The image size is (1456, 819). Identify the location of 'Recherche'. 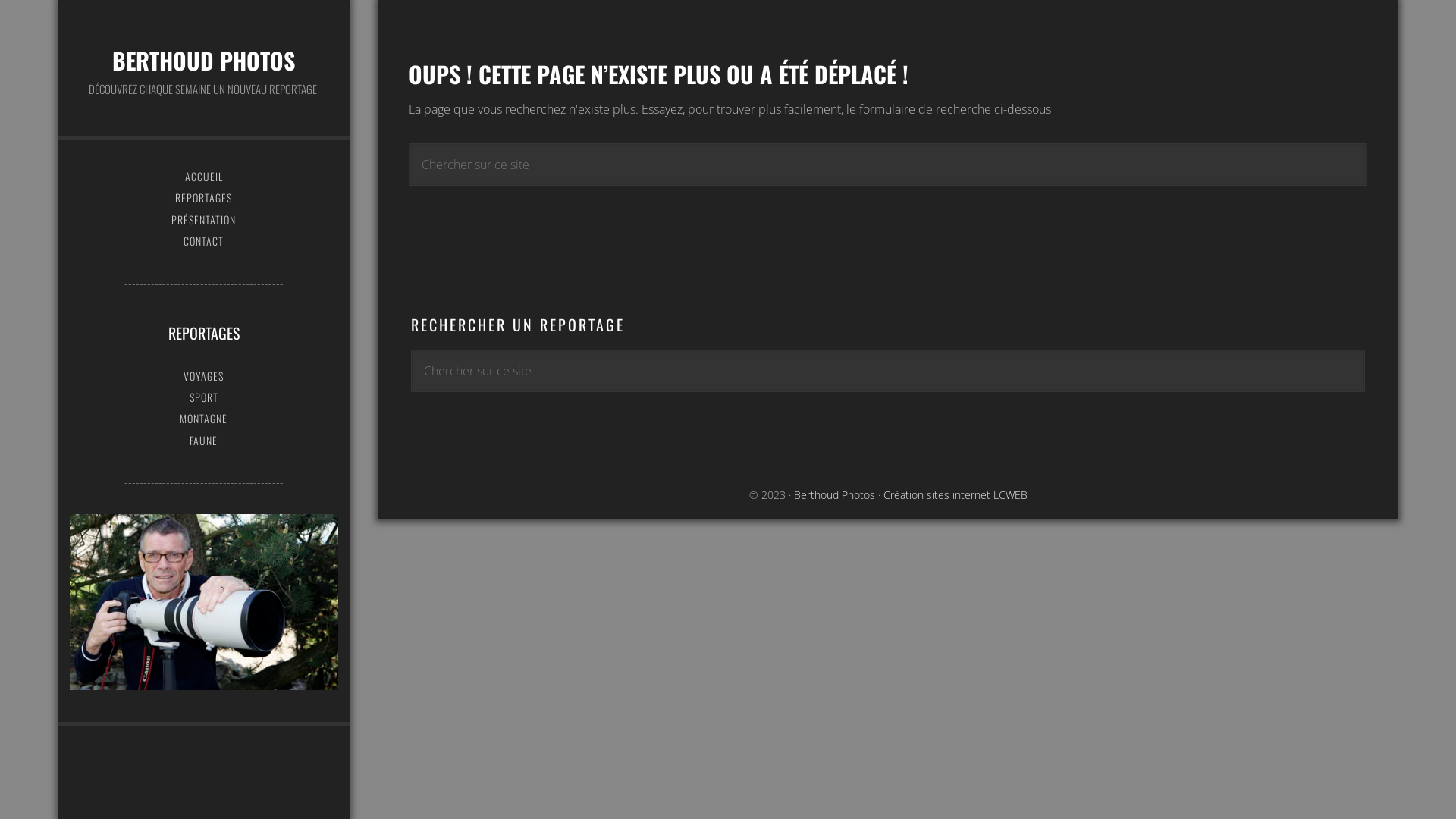
(1367, 139).